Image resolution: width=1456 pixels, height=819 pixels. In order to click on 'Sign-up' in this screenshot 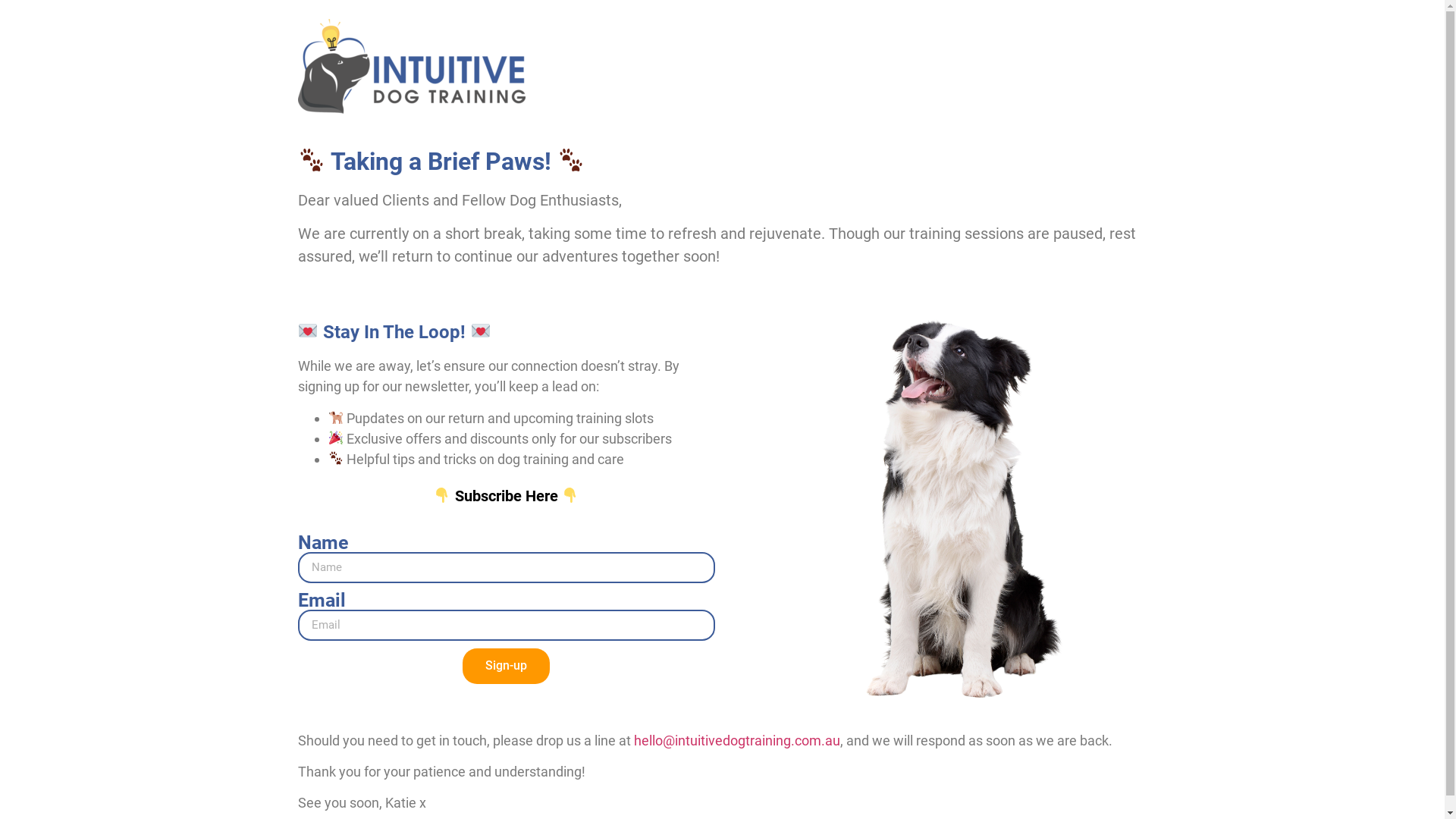, I will do `click(461, 665)`.